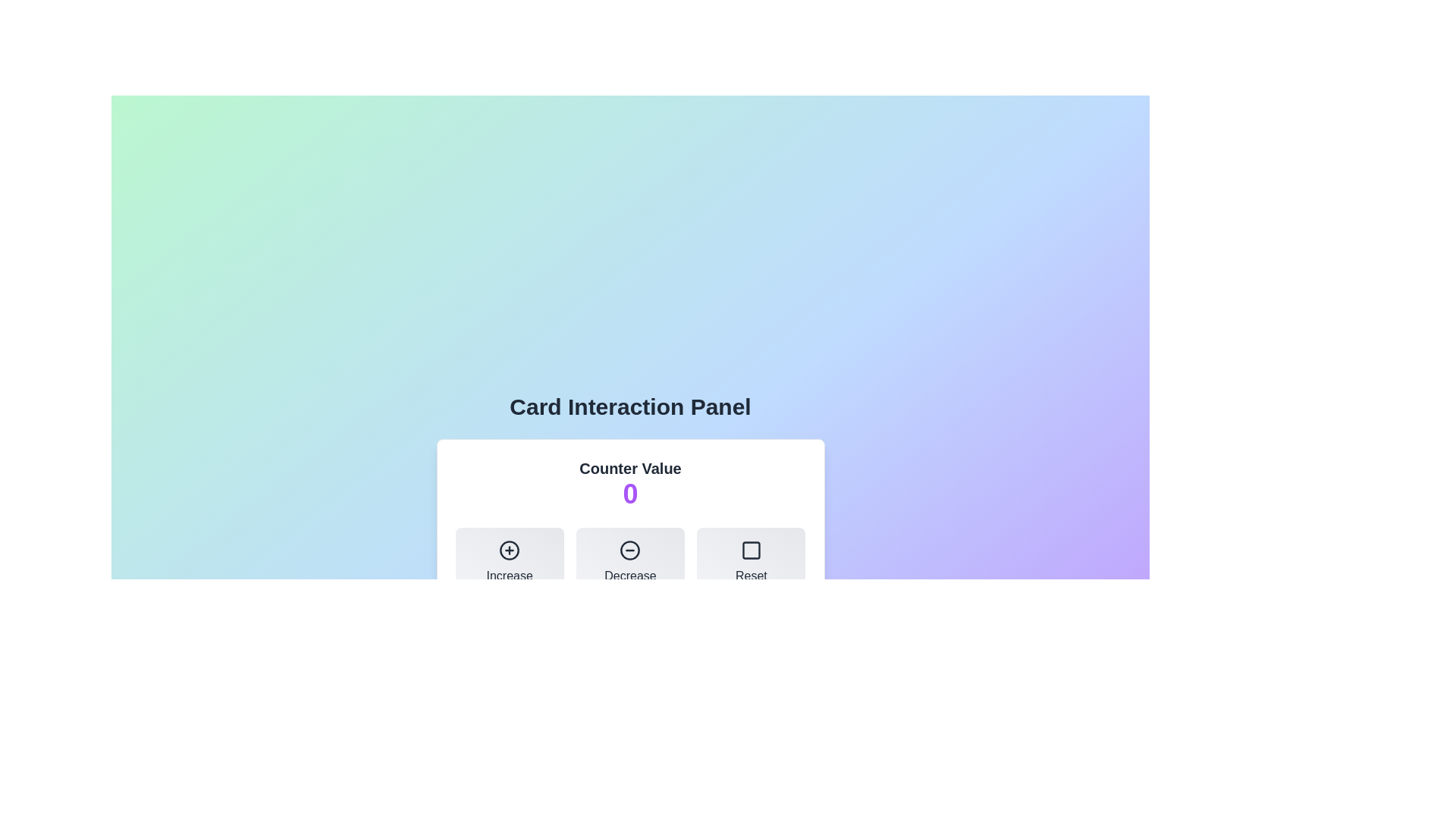 The width and height of the screenshot is (1456, 819). What do you see at coordinates (510, 550) in the screenshot?
I see `the outermost circular component of the 'plus in a circle' icon, which is the leftmost button in the row of three buttons below the 'Counter Value' text showing '0'` at bounding box center [510, 550].